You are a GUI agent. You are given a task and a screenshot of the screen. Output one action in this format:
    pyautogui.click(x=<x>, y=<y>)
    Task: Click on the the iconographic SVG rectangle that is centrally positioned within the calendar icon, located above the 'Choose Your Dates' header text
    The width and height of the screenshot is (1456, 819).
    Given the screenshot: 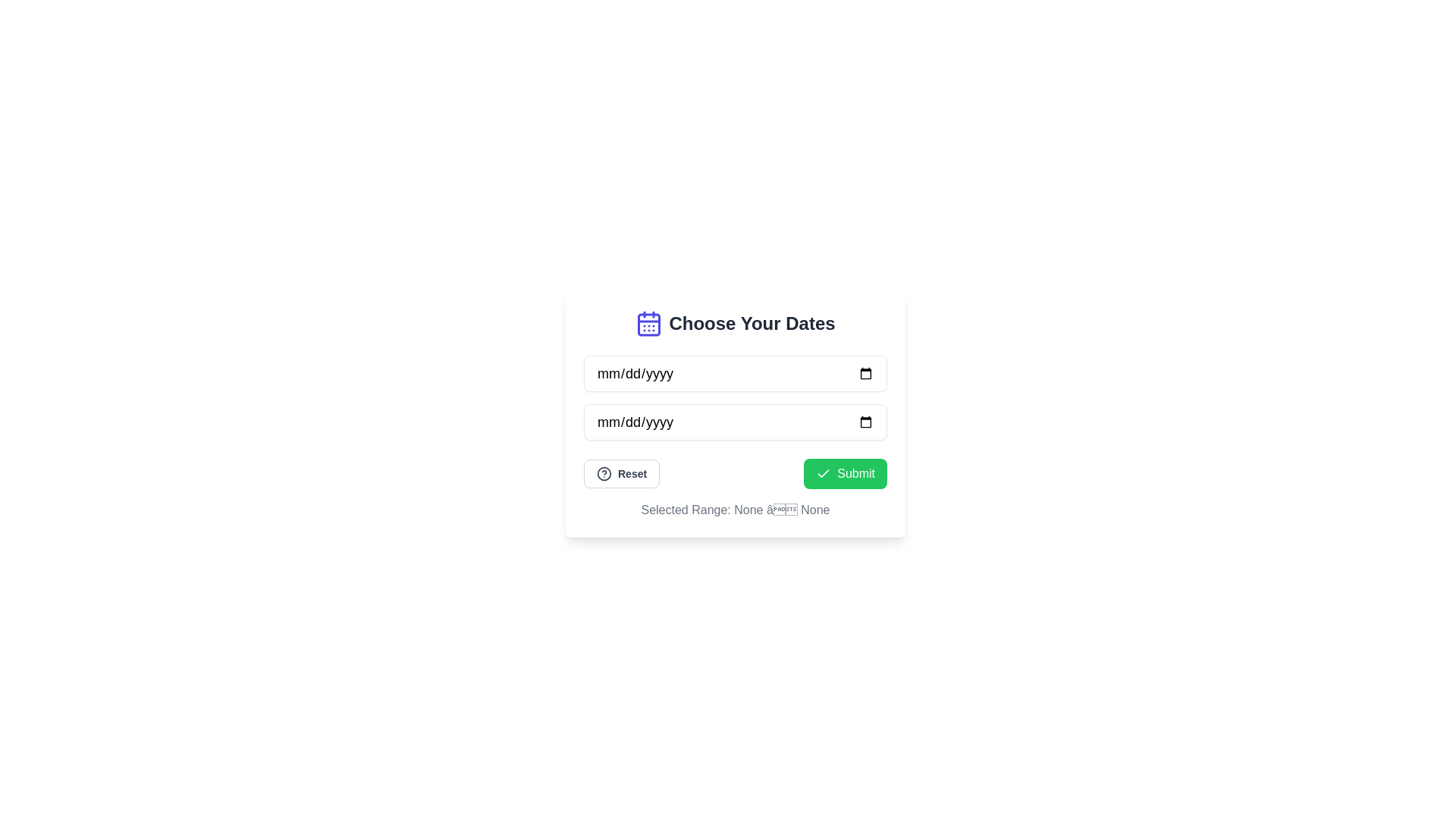 What is the action you would take?
    pyautogui.click(x=649, y=324)
    